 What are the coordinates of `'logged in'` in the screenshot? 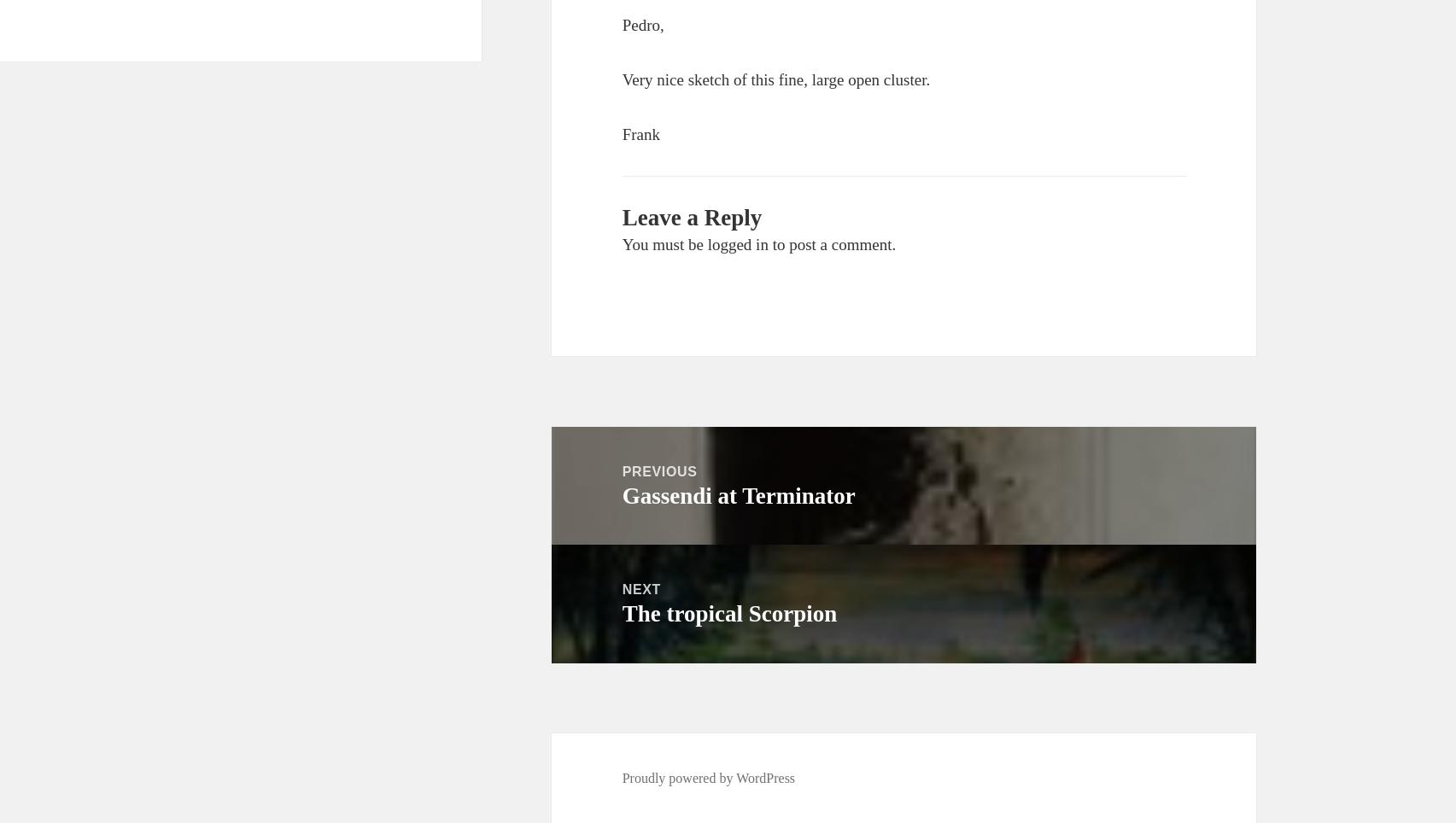 It's located at (736, 243).